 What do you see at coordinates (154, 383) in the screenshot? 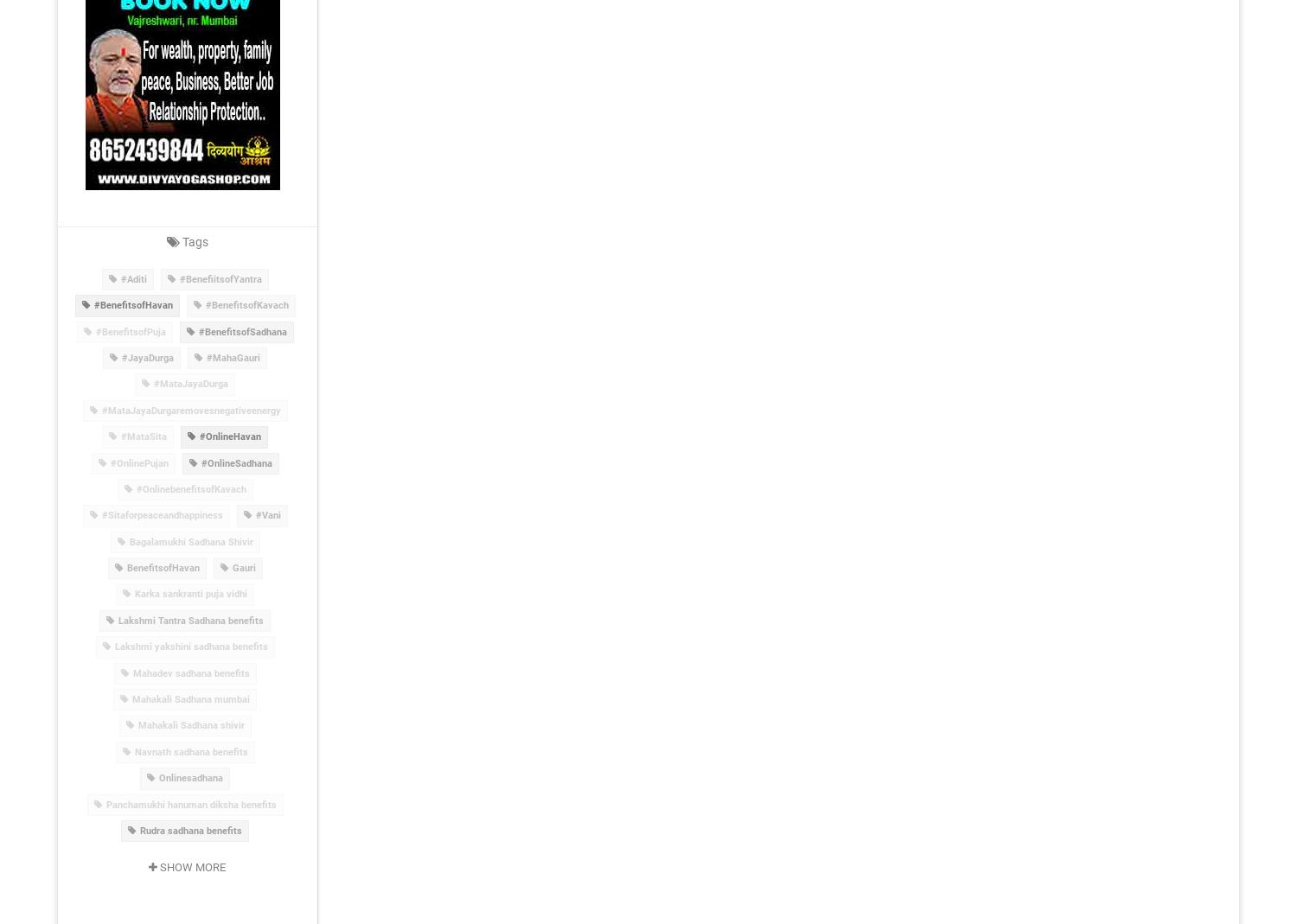
I see `'#MataJayaDurga'` at bounding box center [154, 383].